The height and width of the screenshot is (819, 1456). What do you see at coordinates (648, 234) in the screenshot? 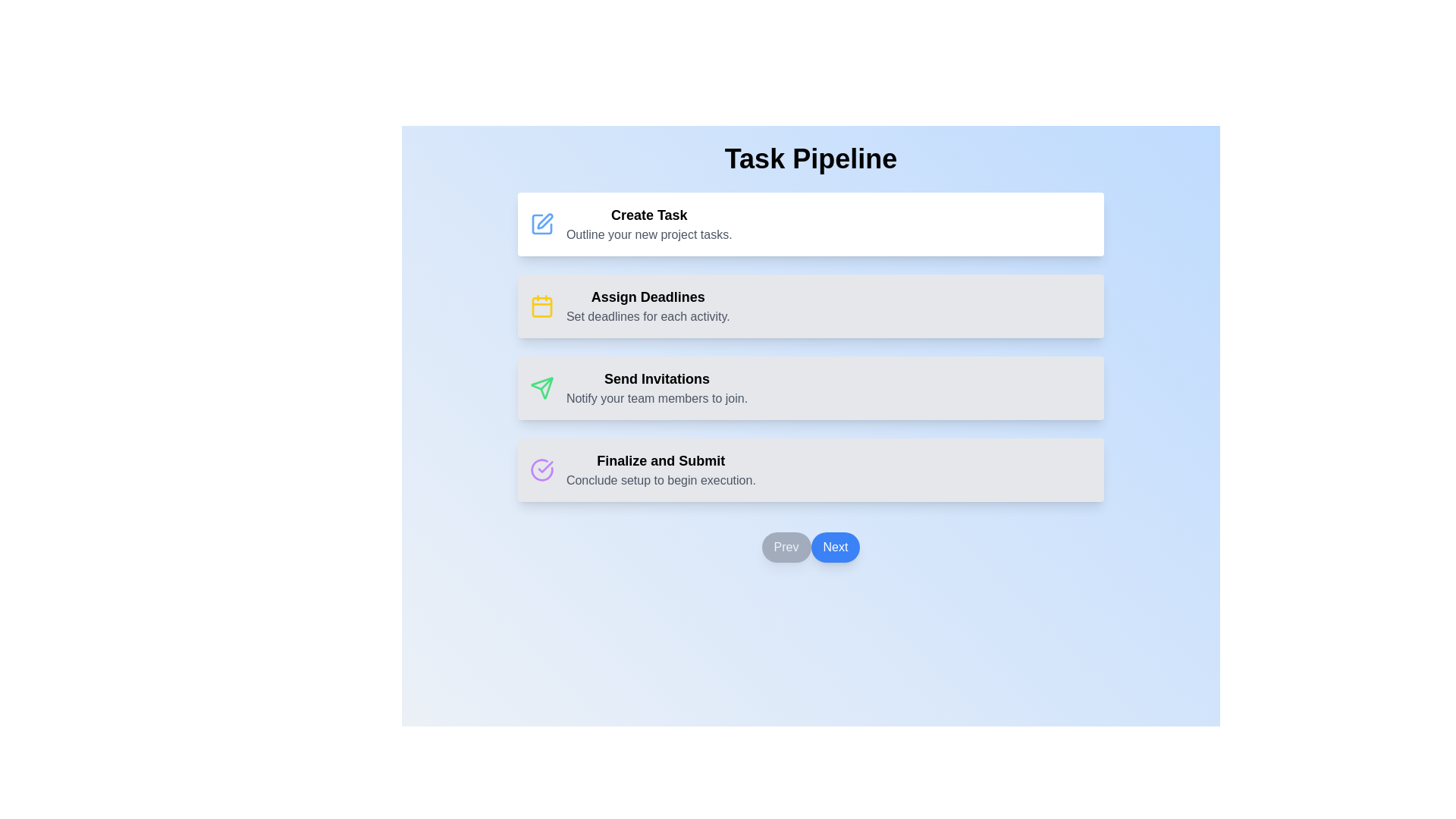
I see `the static text that clarifies the purpose of the 'Create Task' section, positioned directly below the heading 'Create Task.'` at bounding box center [648, 234].